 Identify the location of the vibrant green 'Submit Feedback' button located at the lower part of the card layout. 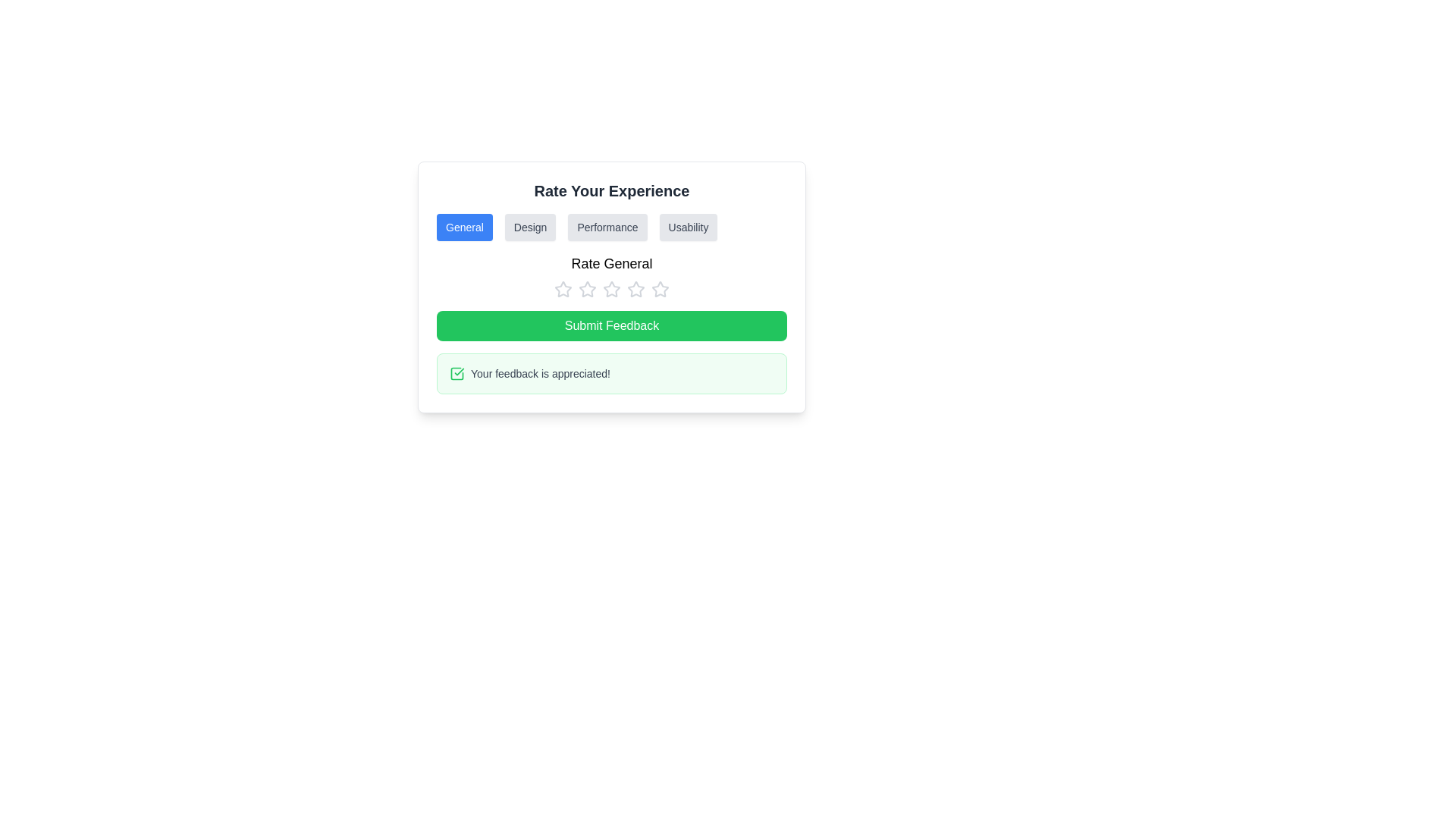
(611, 325).